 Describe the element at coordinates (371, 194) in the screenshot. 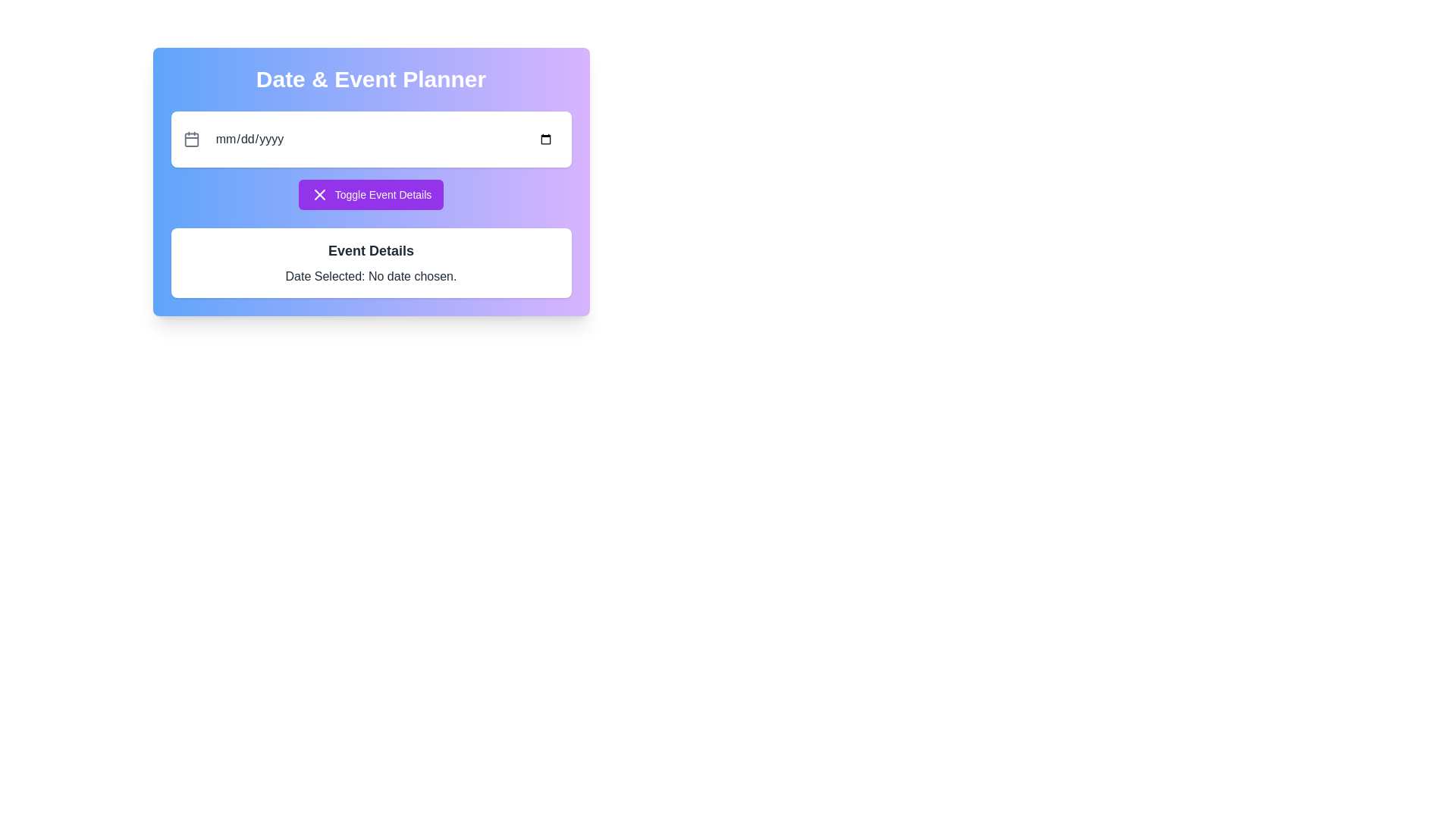

I see `the 'Toggle Event Details' button with a purple background for accessibility navigation` at that location.